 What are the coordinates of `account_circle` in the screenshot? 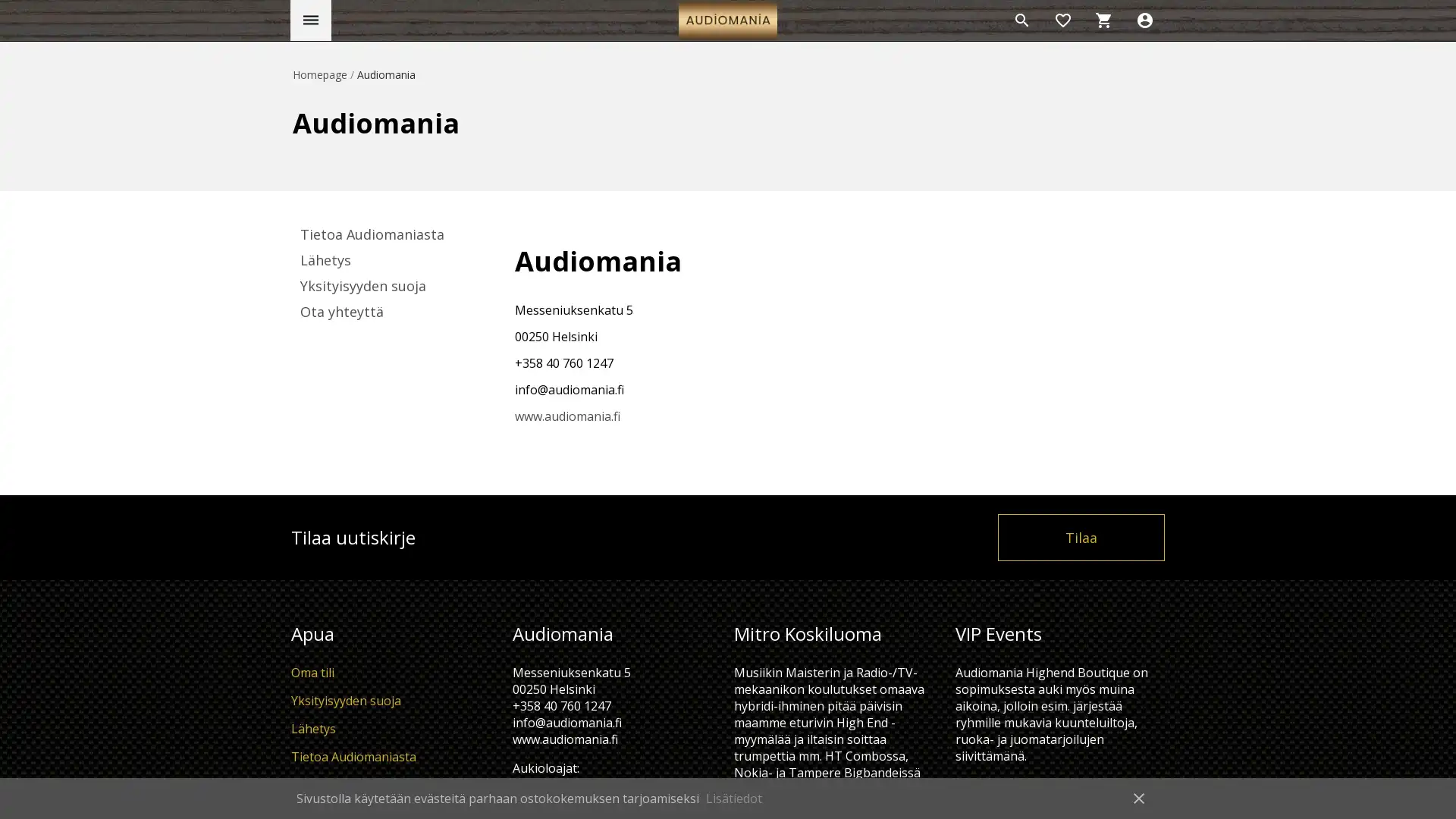 It's located at (1145, 20).